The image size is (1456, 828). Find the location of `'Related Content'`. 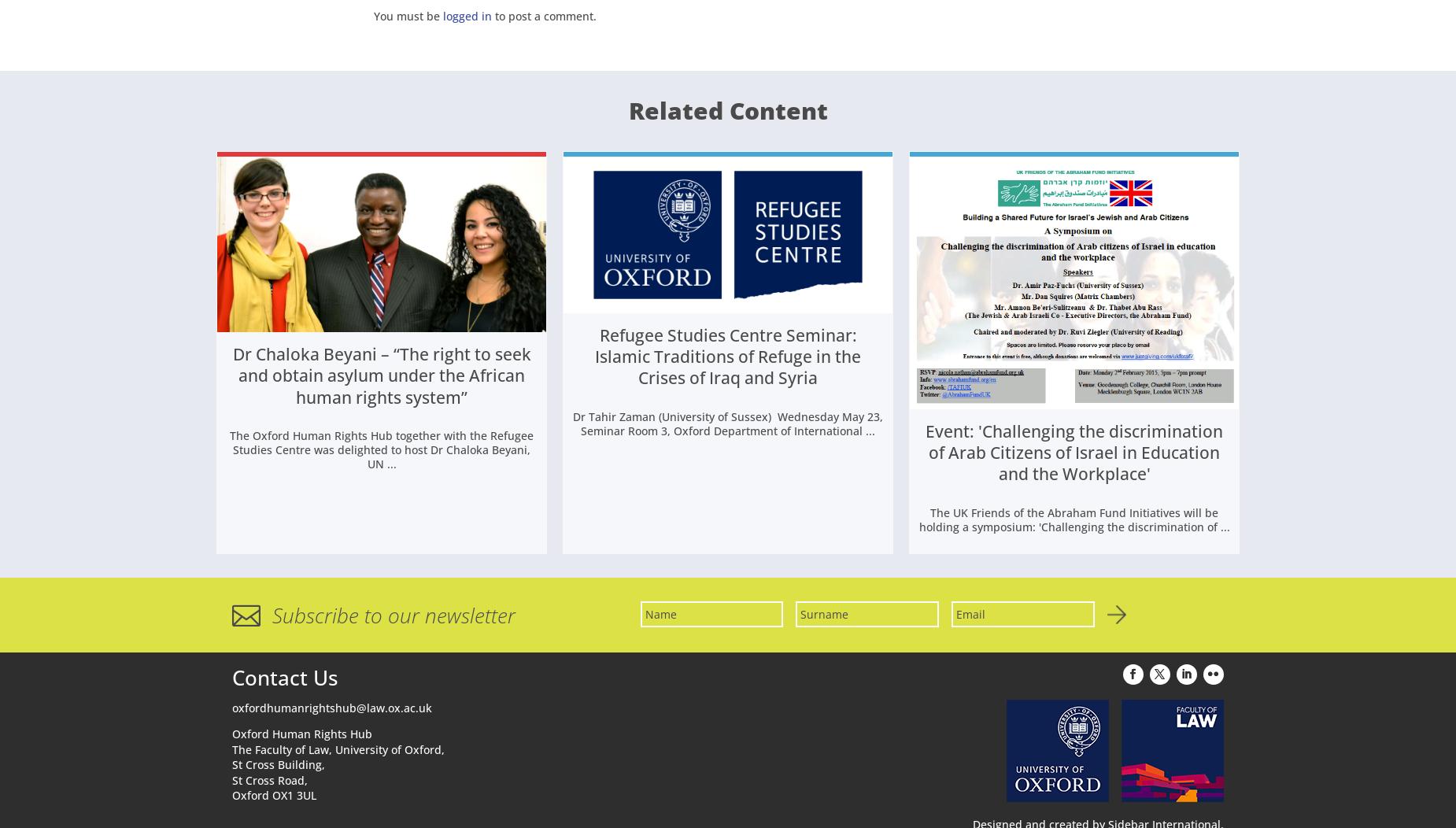

'Related Content' is located at coordinates (727, 112).